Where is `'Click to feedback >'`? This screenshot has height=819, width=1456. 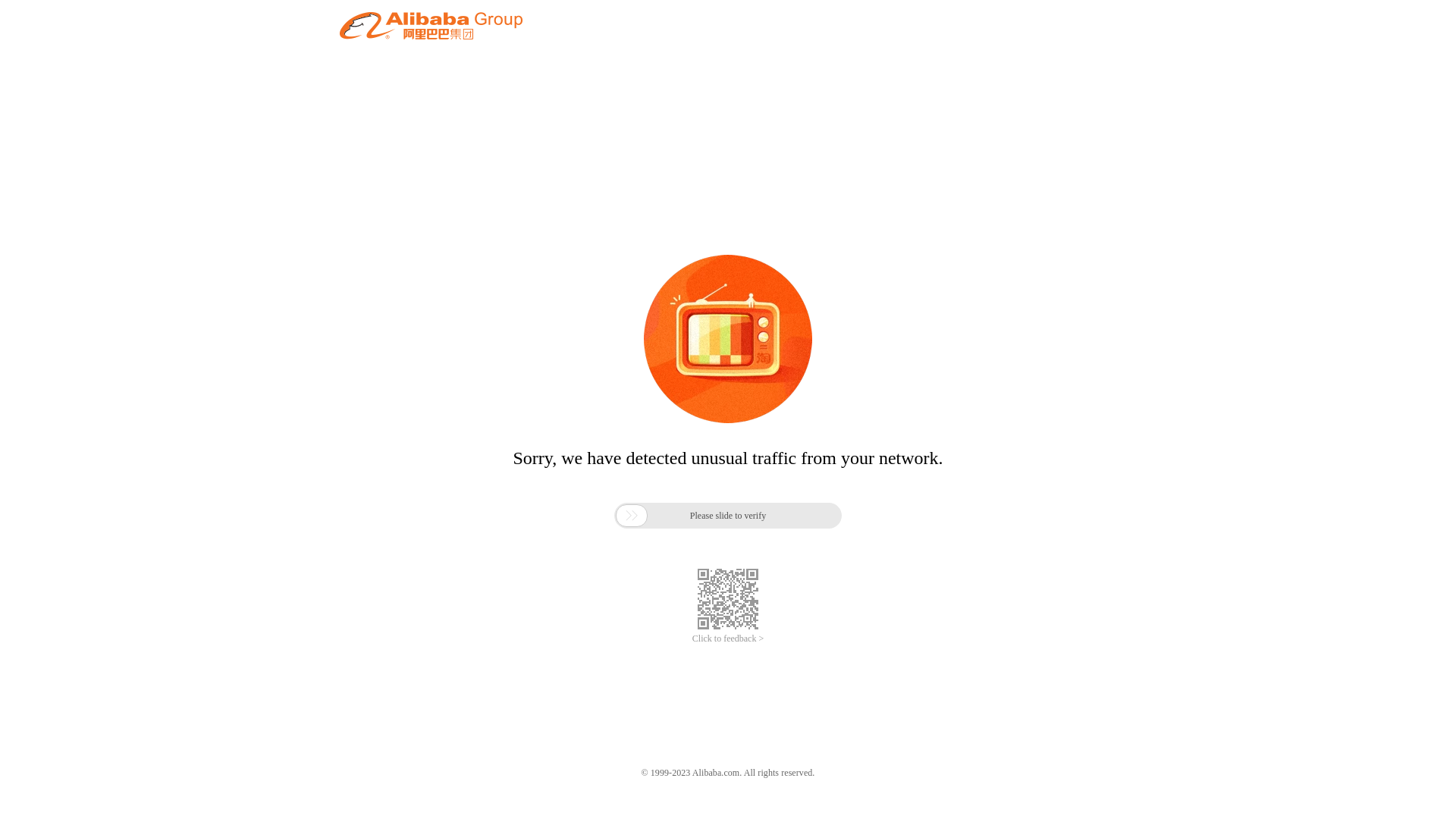 'Click to feedback >' is located at coordinates (728, 639).